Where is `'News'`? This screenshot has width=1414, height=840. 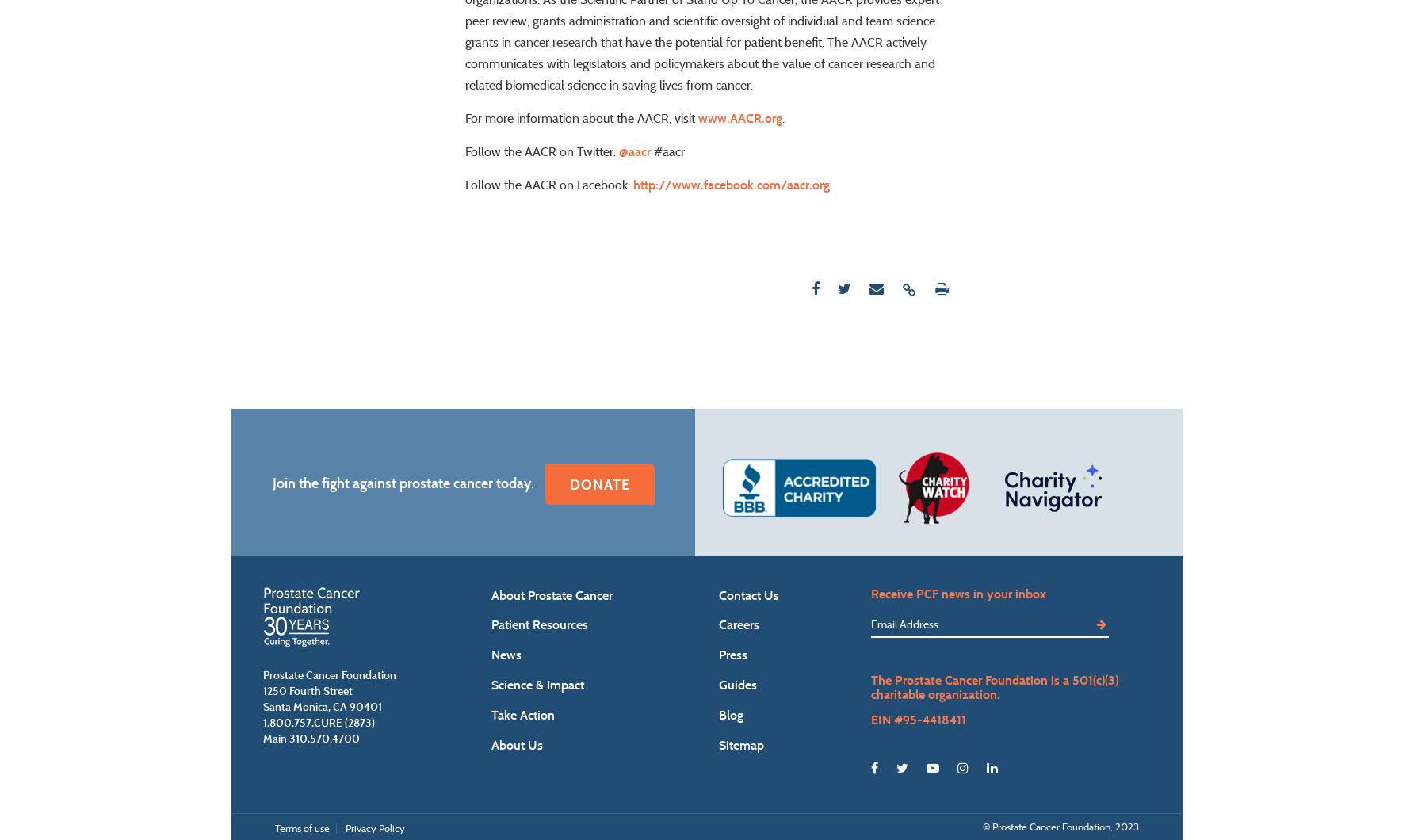 'News' is located at coordinates (490, 701).